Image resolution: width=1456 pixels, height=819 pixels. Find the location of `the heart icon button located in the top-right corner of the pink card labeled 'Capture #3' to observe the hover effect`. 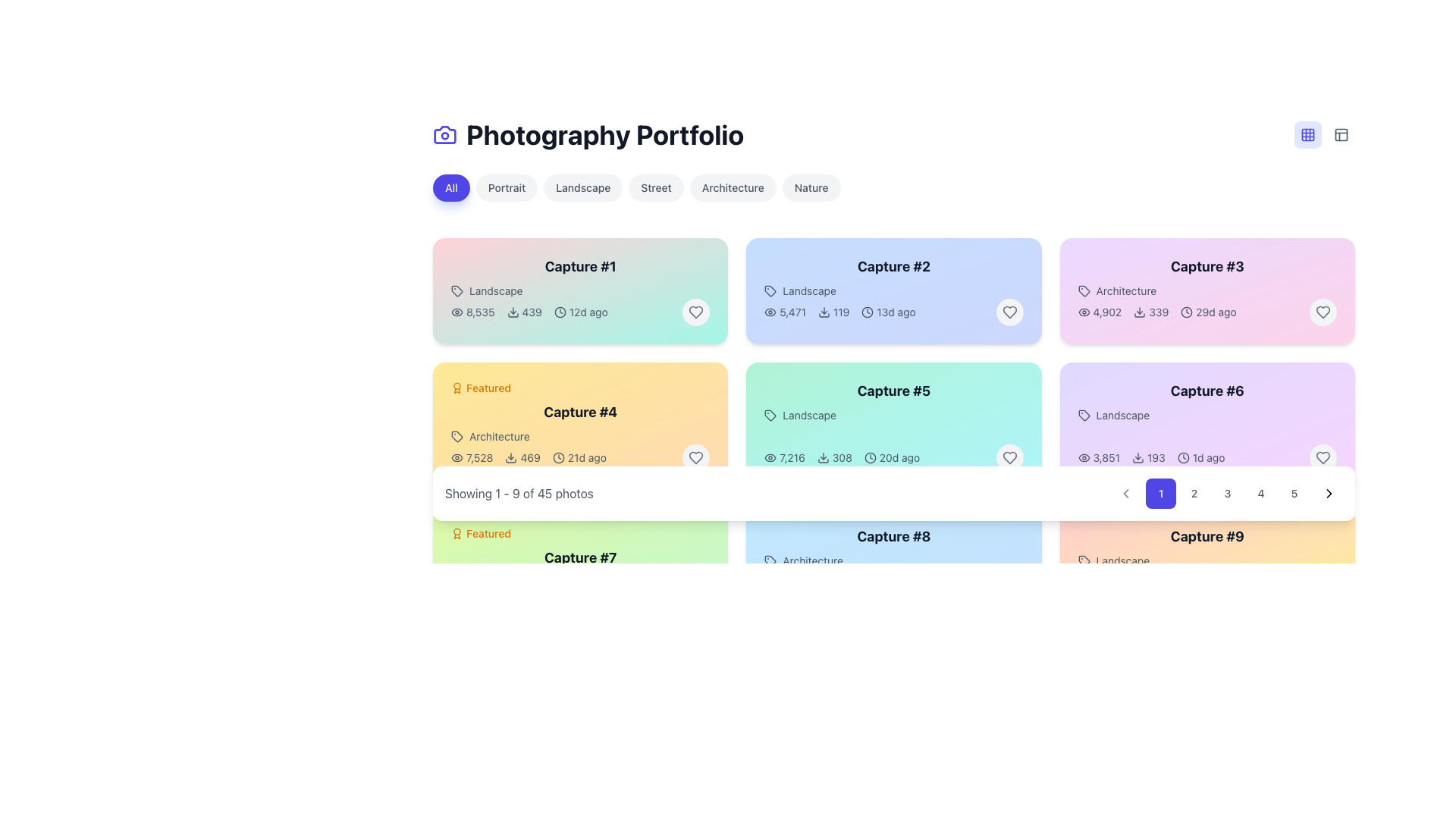

the heart icon button located in the top-right corner of the pink card labeled 'Capture #3' to observe the hover effect is located at coordinates (1323, 312).